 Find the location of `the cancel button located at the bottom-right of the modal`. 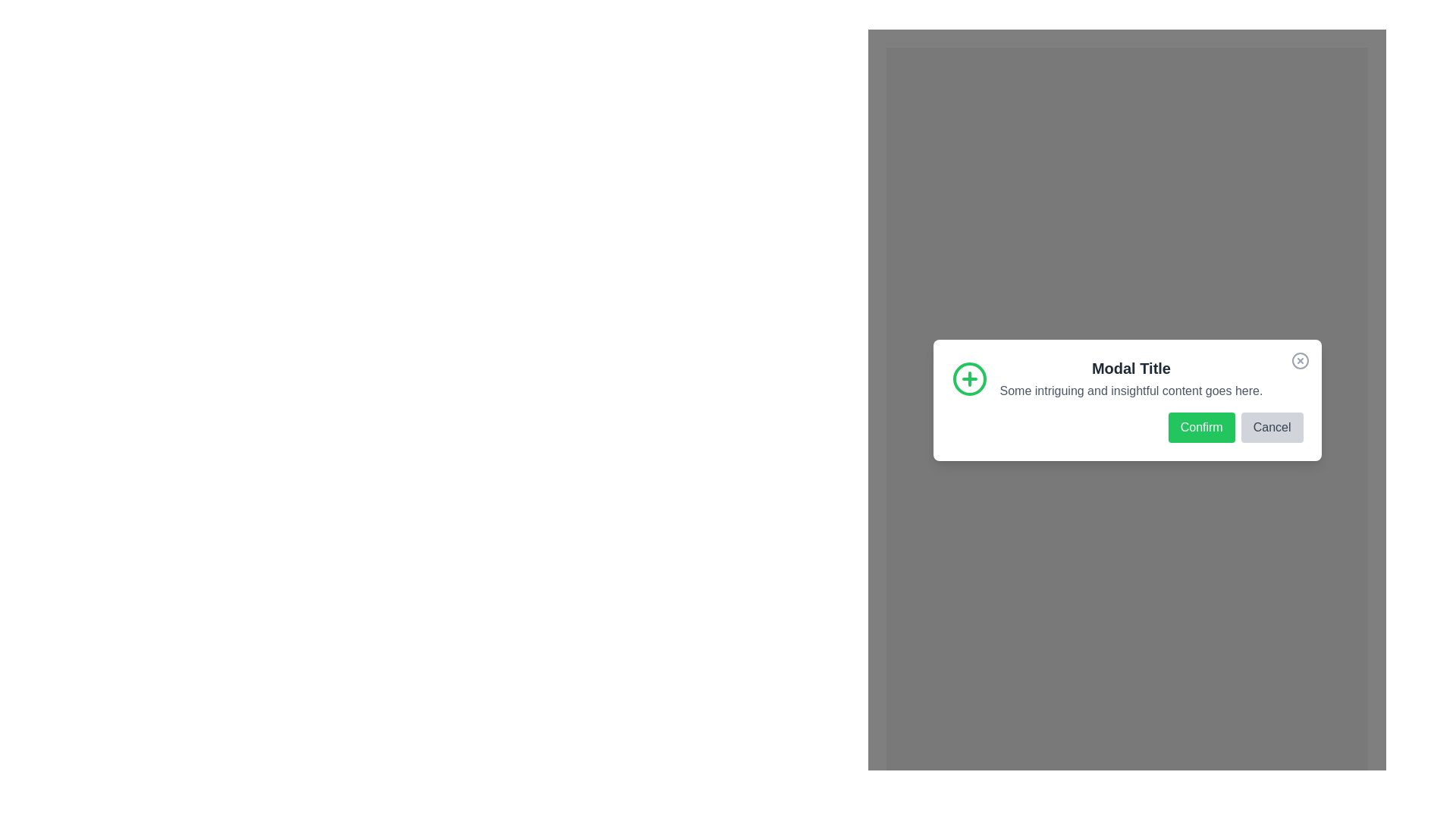

the cancel button located at the bottom-right of the modal is located at coordinates (1272, 427).